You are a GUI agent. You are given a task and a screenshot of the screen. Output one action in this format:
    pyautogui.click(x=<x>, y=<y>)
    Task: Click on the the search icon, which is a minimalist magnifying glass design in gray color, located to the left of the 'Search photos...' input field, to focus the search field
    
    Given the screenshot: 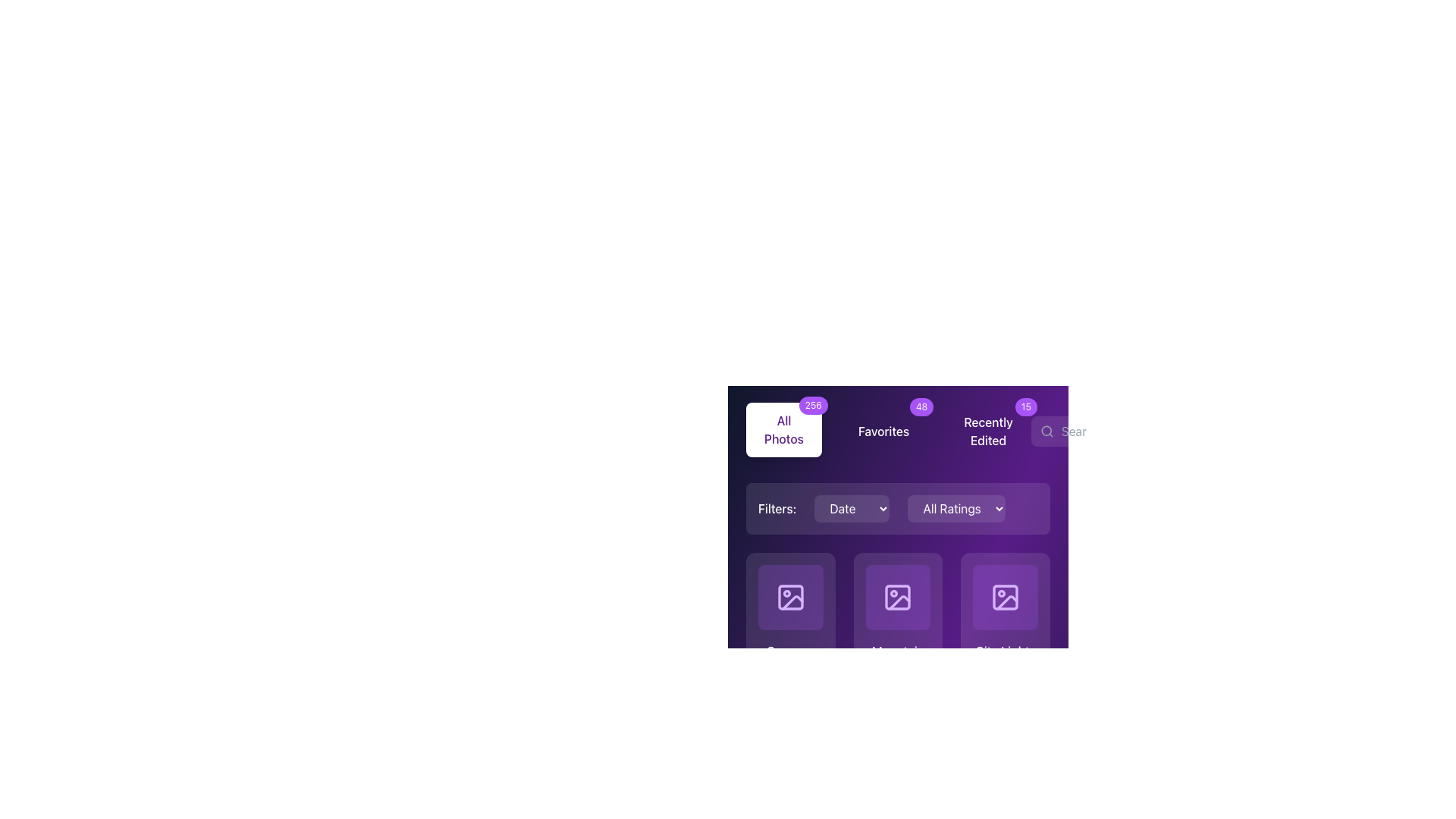 What is the action you would take?
    pyautogui.click(x=1046, y=431)
    